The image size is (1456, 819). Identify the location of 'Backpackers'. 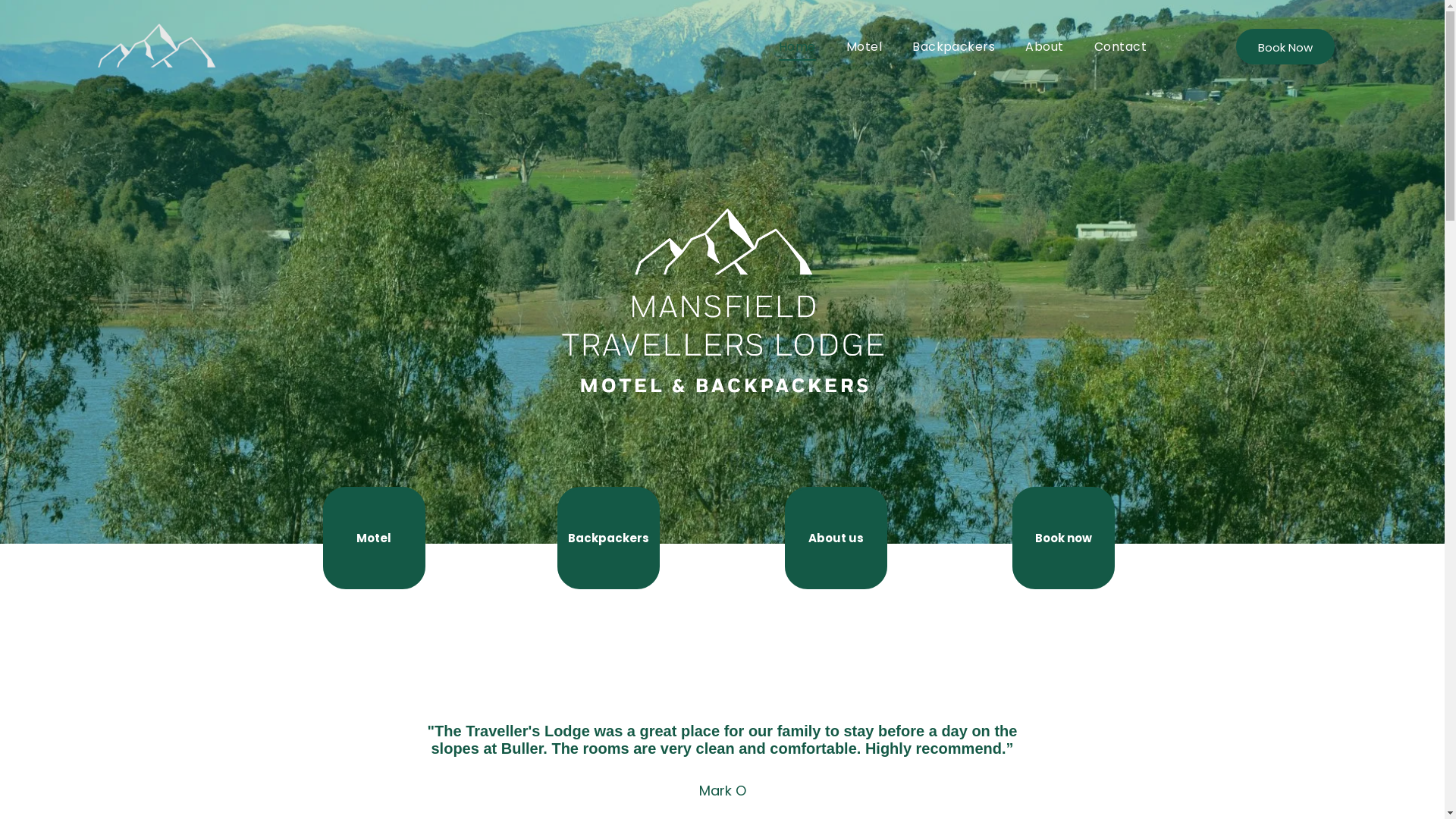
(556, 537).